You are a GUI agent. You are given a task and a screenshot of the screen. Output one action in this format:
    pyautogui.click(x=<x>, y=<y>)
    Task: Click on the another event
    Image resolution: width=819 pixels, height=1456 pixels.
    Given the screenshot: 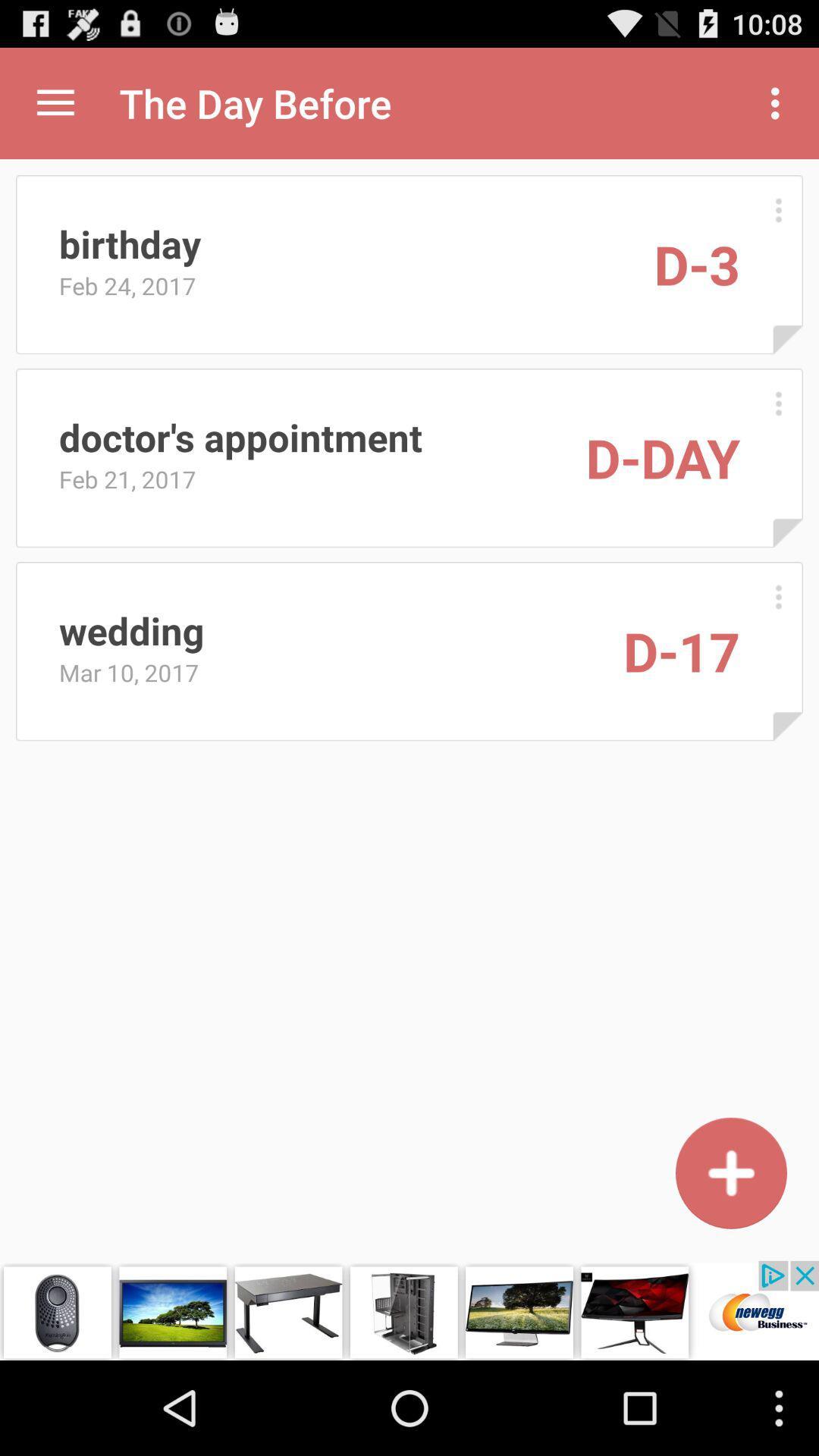 What is the action you would take?
    pyautogui.click(x=730, y=1172)
    